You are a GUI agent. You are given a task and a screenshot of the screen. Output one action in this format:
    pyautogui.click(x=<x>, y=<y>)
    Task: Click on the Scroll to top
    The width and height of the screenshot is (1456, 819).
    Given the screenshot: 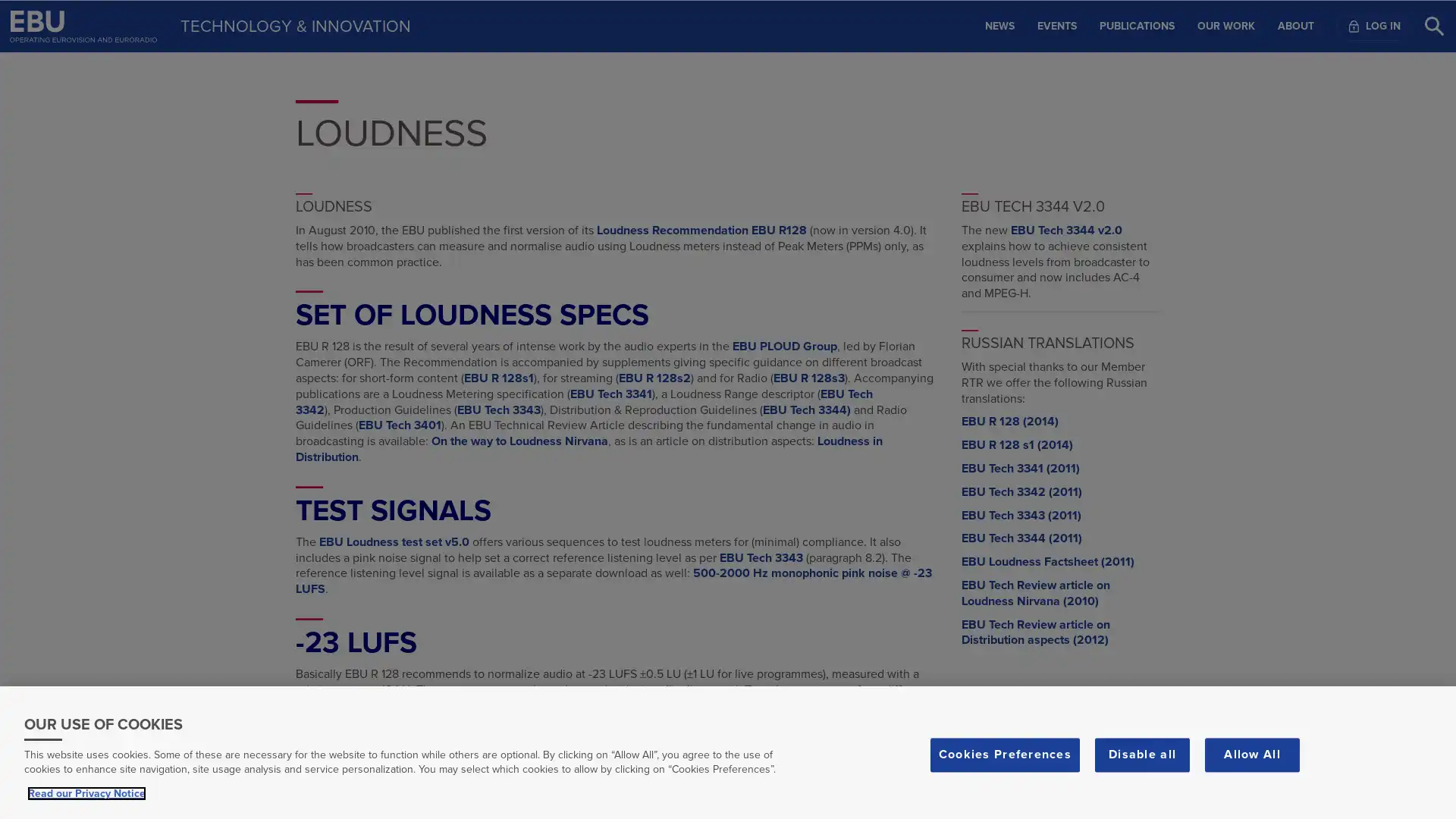 What is the action you would take?
    pyautogui.click(x=1371, y=718)
    